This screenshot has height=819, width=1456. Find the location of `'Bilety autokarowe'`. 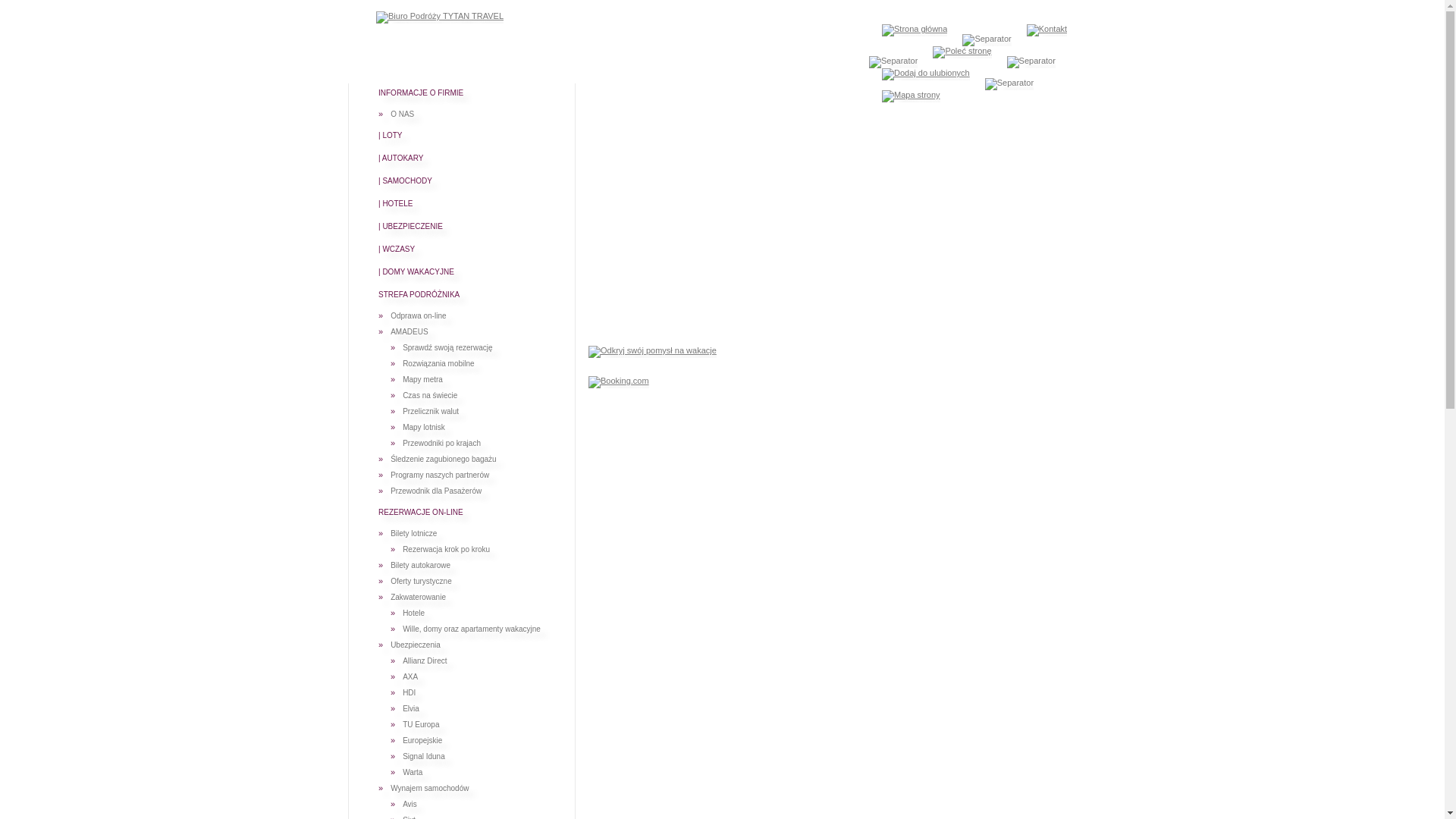

'Bilety autokarowe' is located at coordinates (390, 565).